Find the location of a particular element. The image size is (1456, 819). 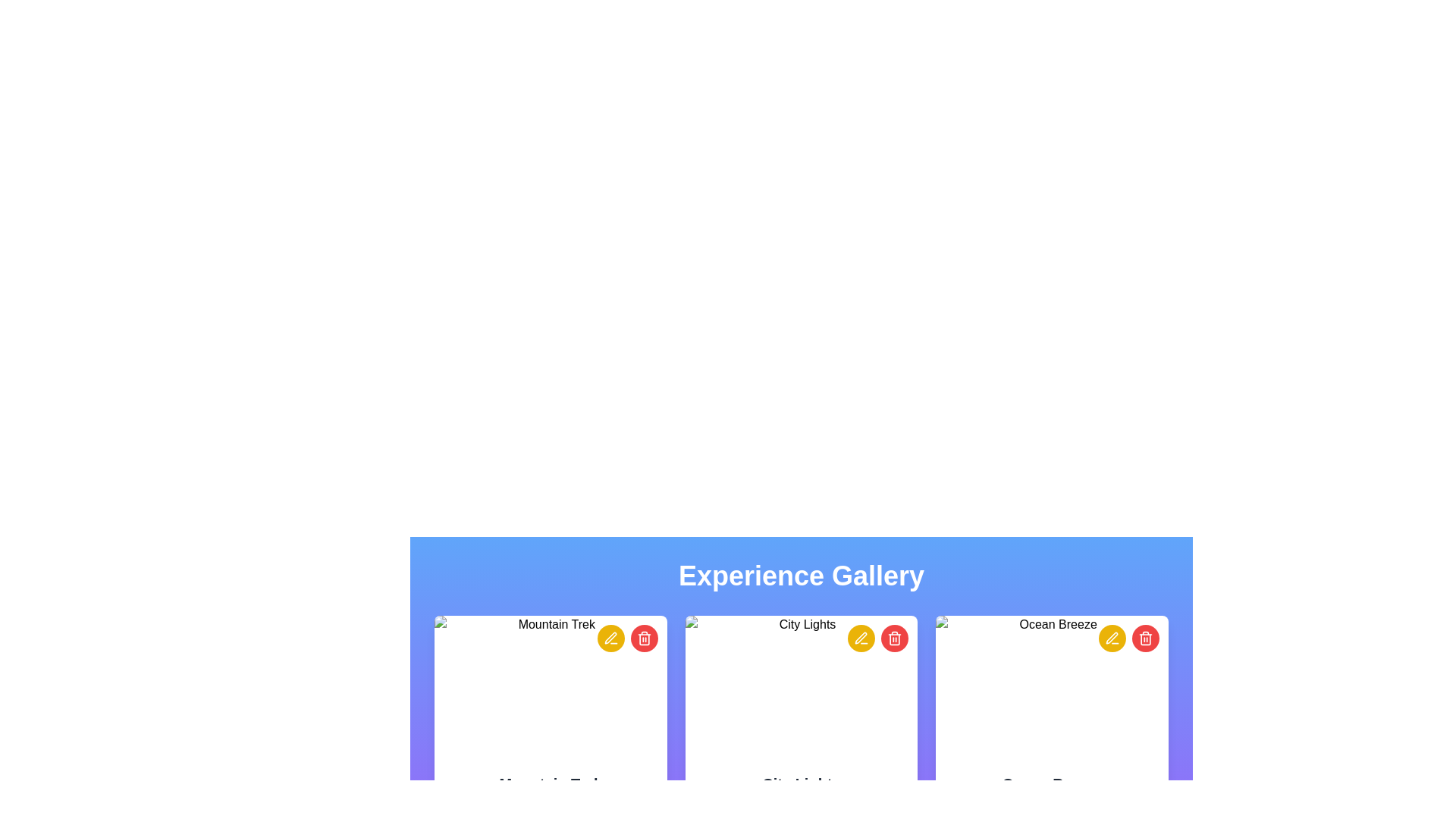

the mountain trek image in the Experience Gallery card to inspect it is located at coordinates (549, 688).